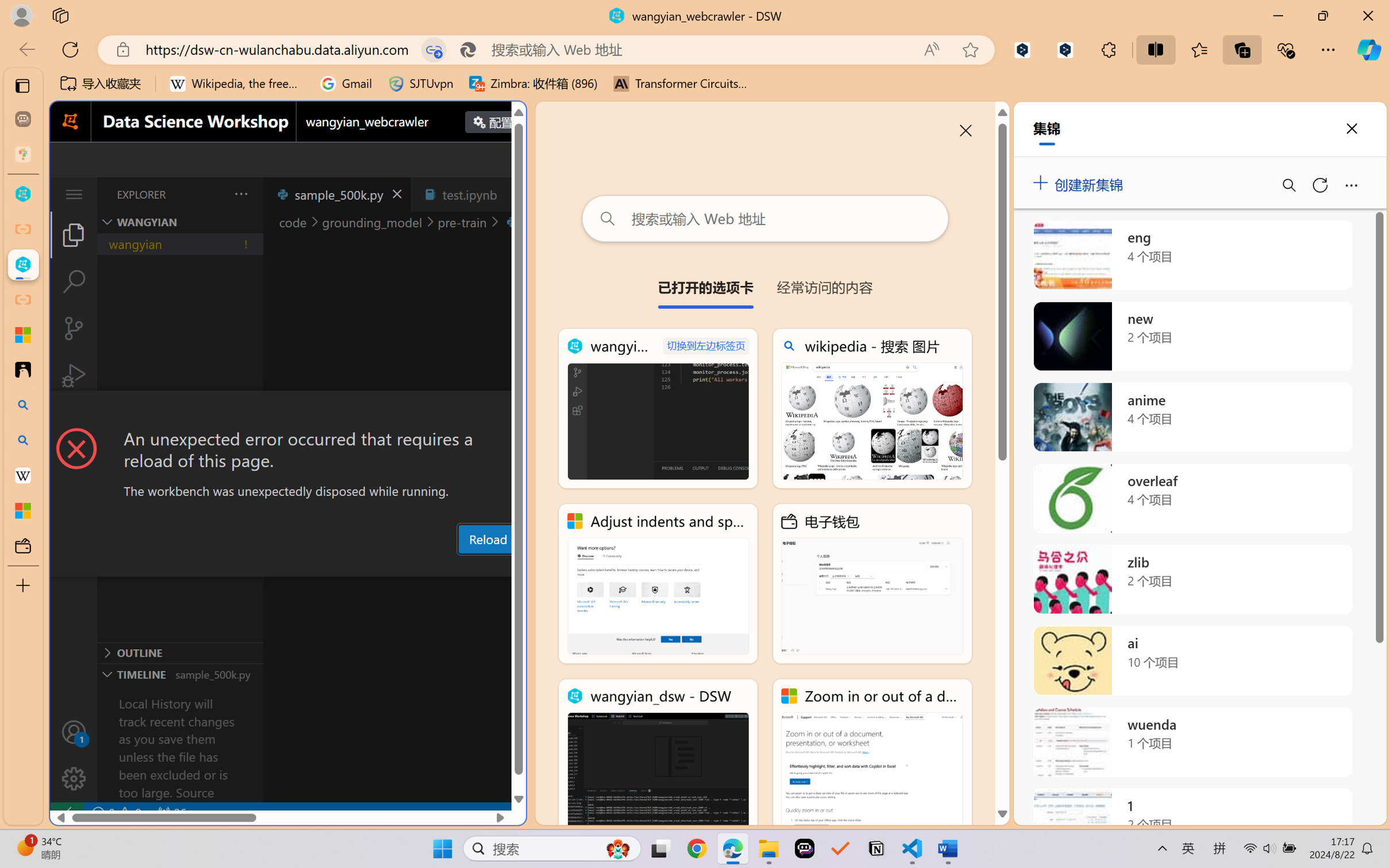 The width and height of the screenshot is (1390, 868). I want to click on 'Copilot (Ctrl+Shift+.)', so click(1369, 49).